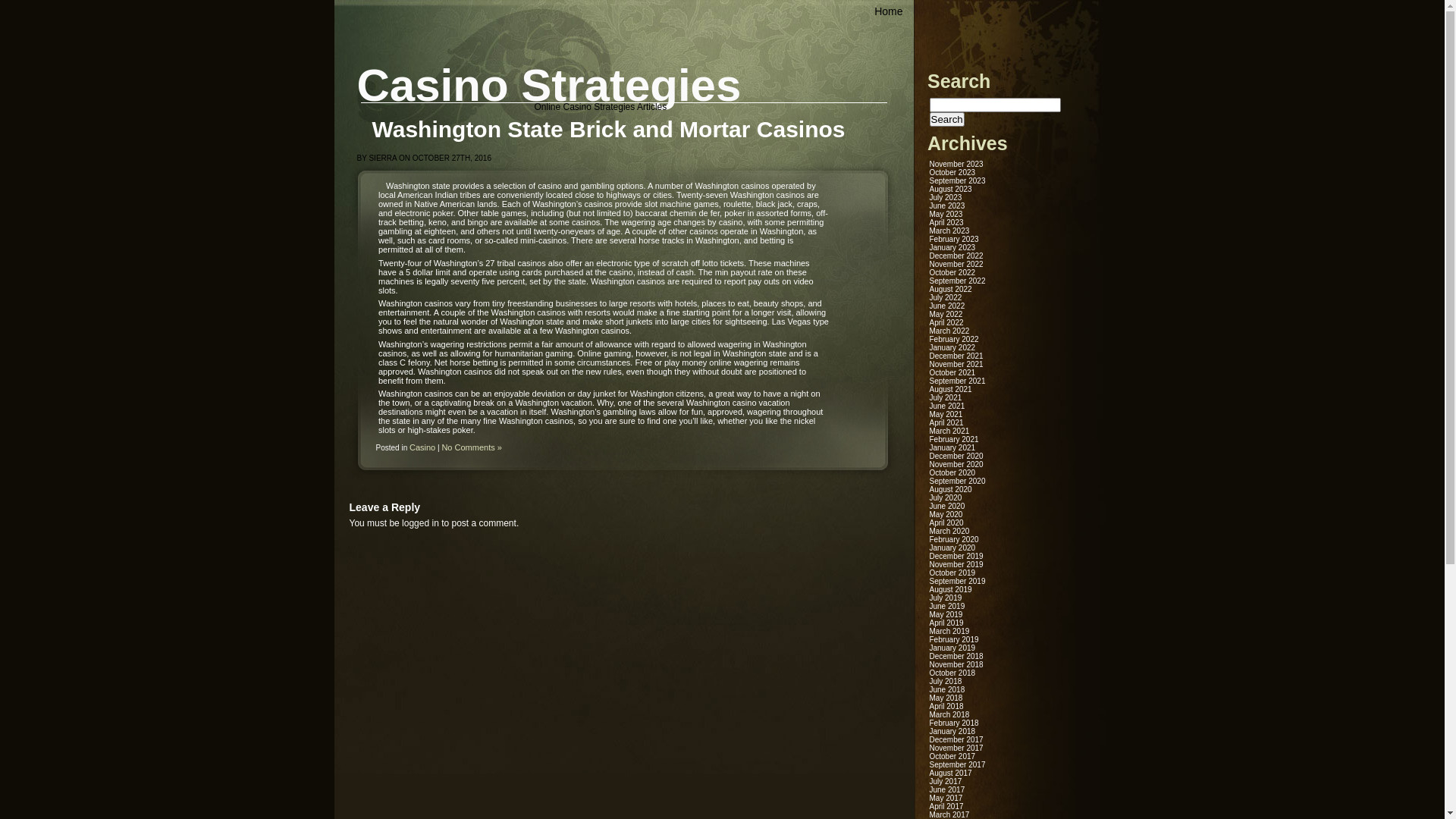 The width and height of the screenshot is (1456, 819). What do you see at coordinates (946, 623) in the screenshot?
I see `'April 2019'` at bounding box center [946, 623].